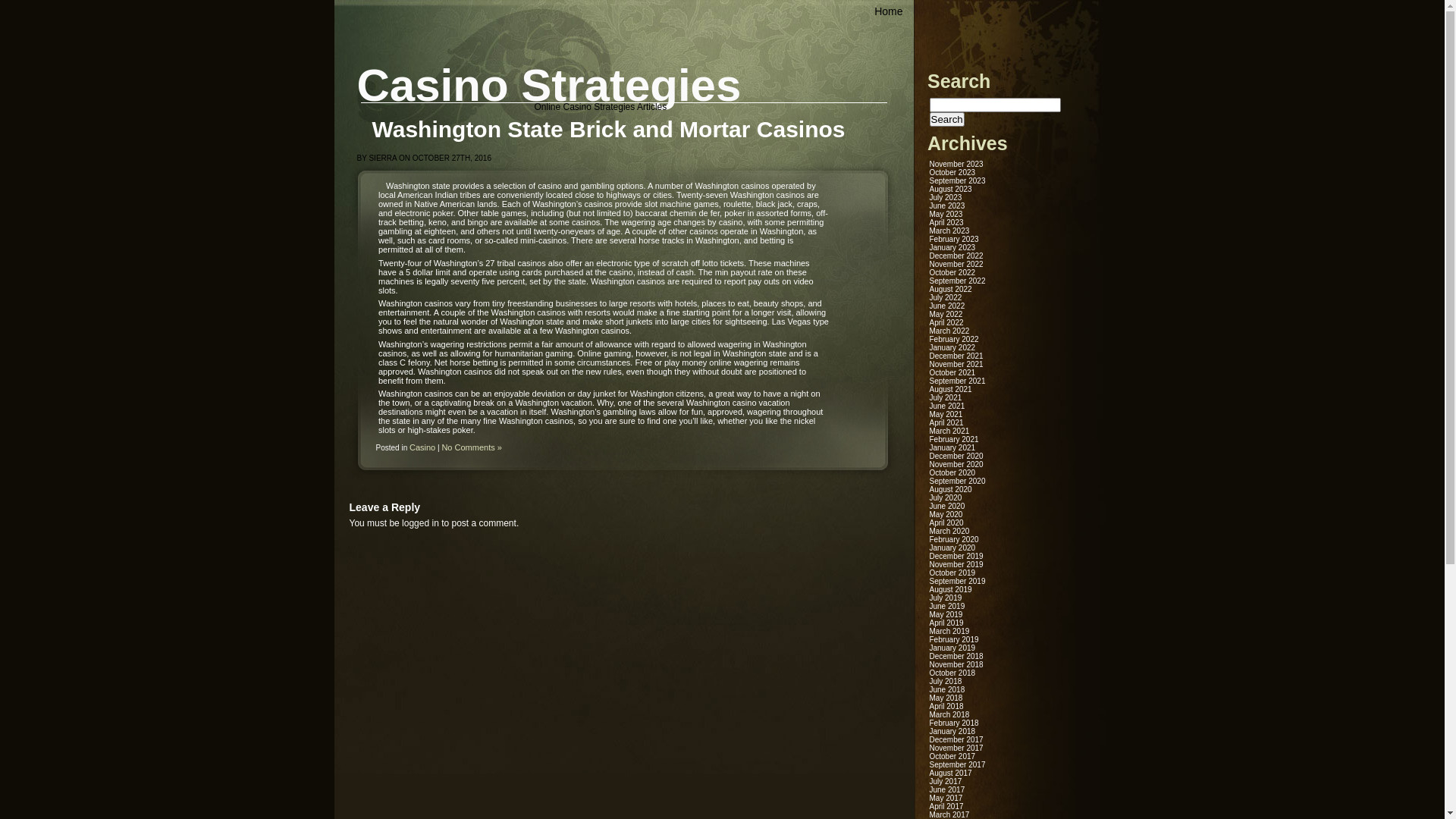 The width and height of the screenshot is (1456, 819). What do you see at coordinates (946, 623) in the screenshot?
I see `'April 2019'` at bounding box center [946, 623].